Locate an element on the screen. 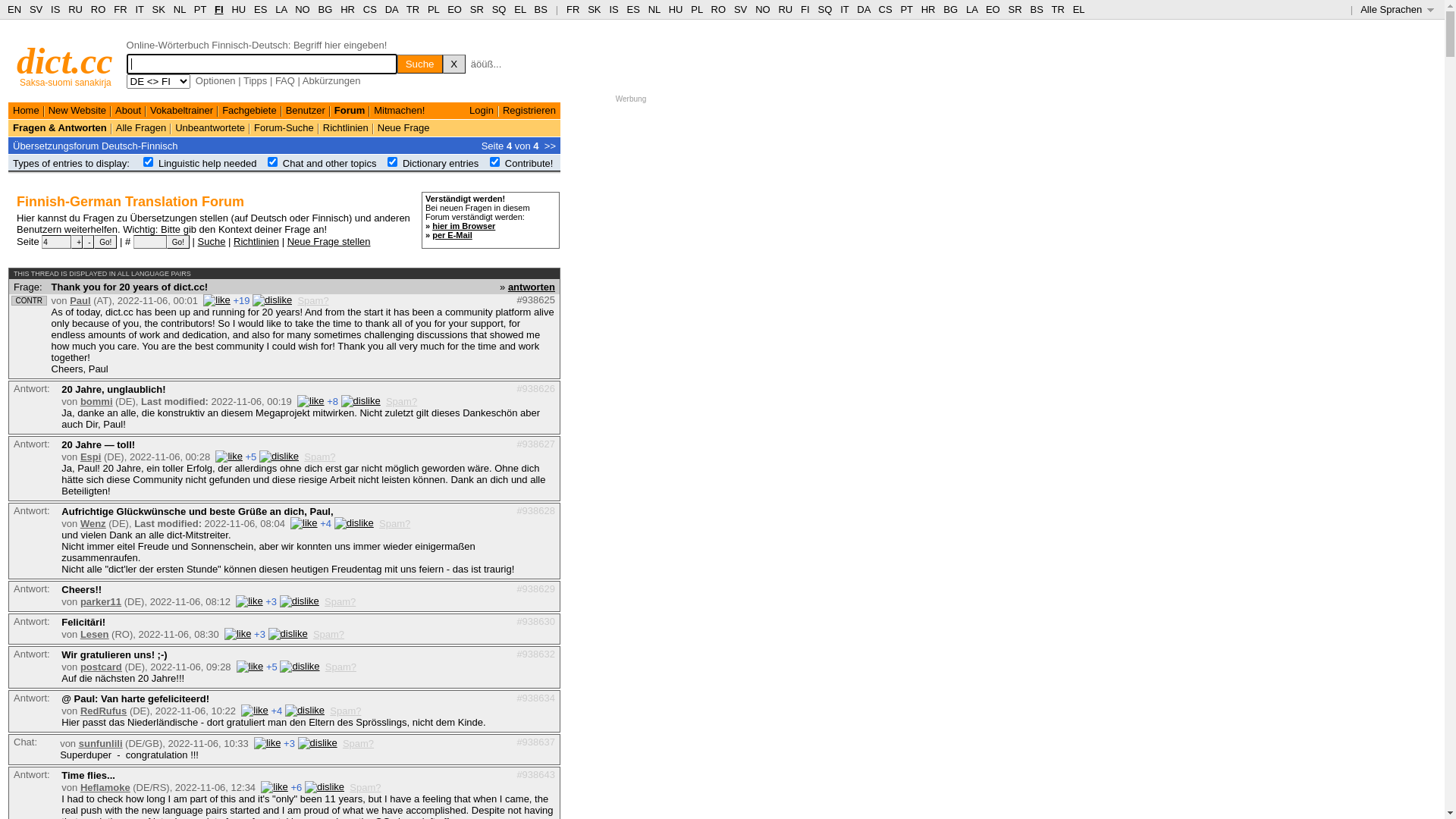 The height and width of the screenshot is (819, 1456). 'Tipps' is located at coordinates (255, 80).